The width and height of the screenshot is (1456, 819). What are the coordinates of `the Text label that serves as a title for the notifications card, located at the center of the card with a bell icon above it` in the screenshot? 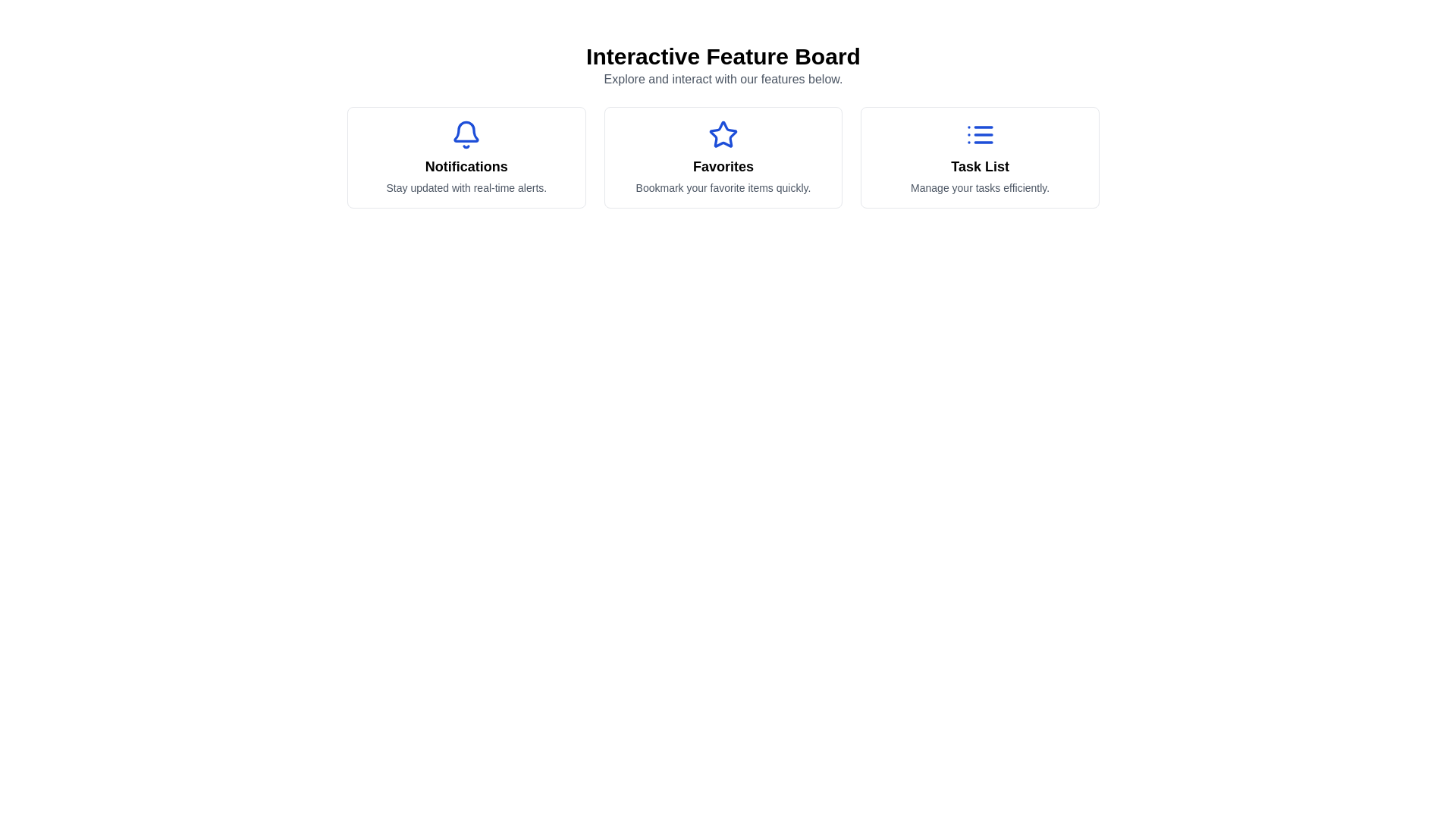 It's located at (466, 166).